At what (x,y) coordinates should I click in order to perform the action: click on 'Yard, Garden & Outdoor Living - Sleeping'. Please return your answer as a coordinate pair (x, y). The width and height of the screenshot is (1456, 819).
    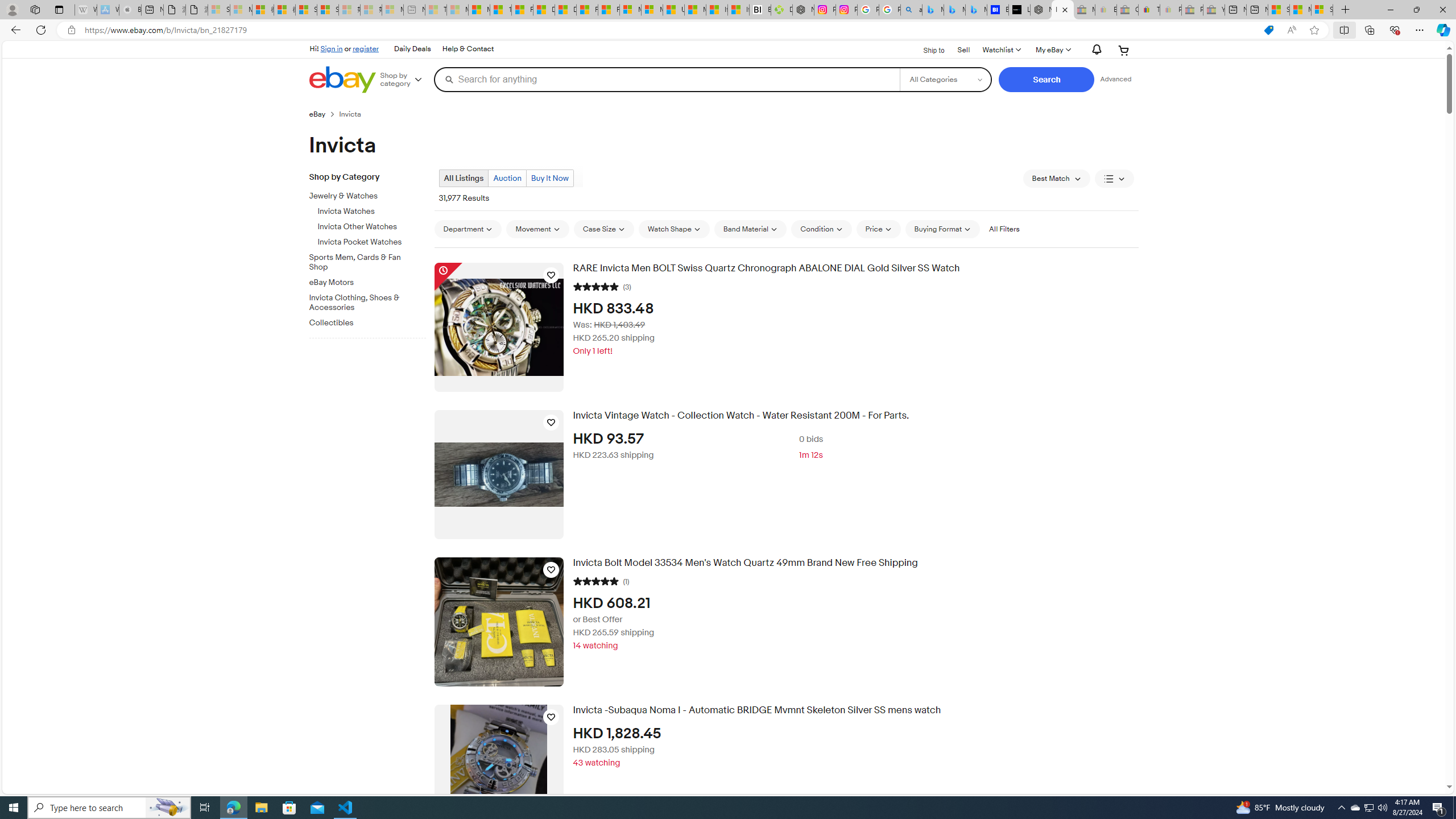
    Looking at the image, I should click on (1214, 9).